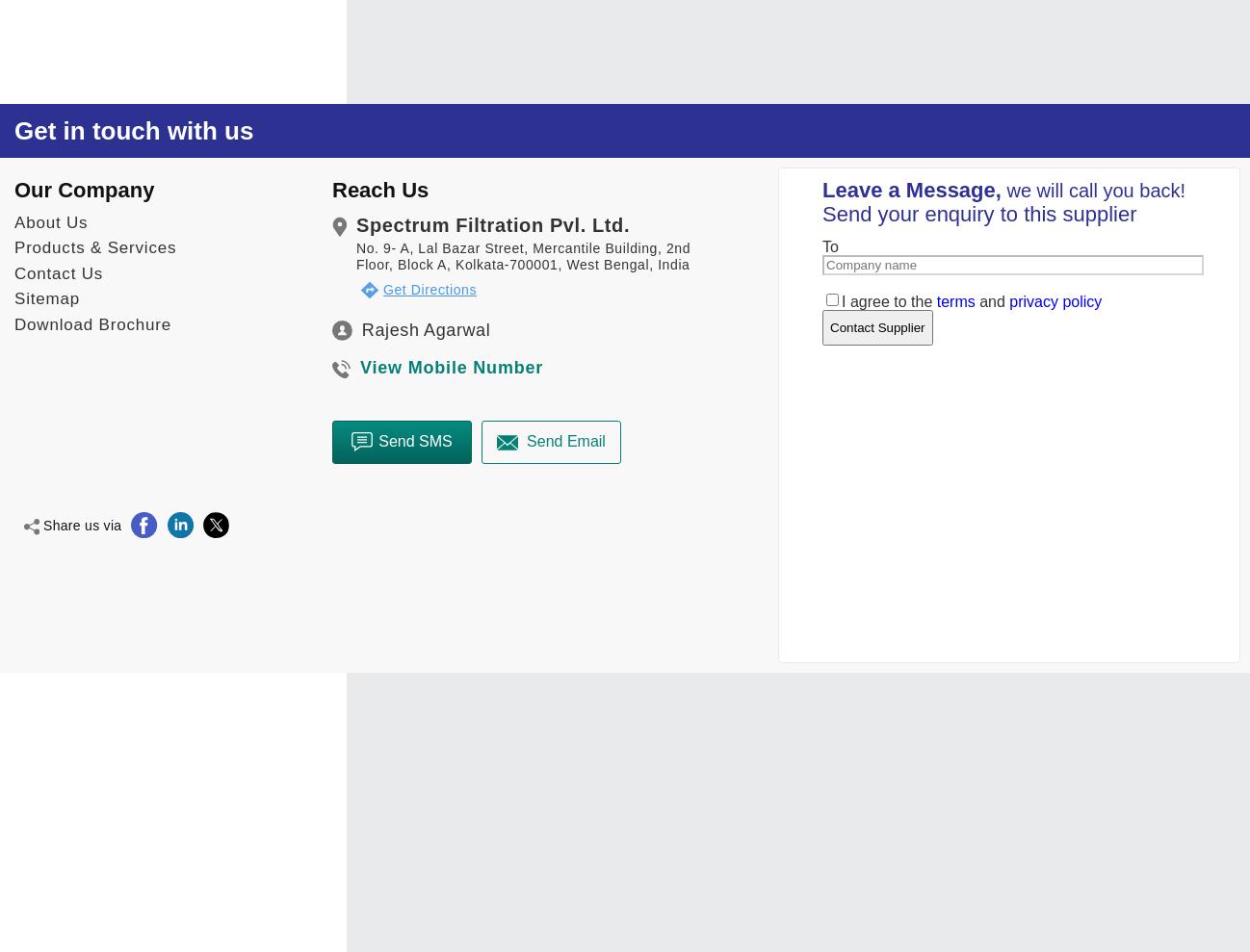  Describe the element at coordinates (424, 327) in the screenshot. I see `'Rajesh Agarwal'` at that location.